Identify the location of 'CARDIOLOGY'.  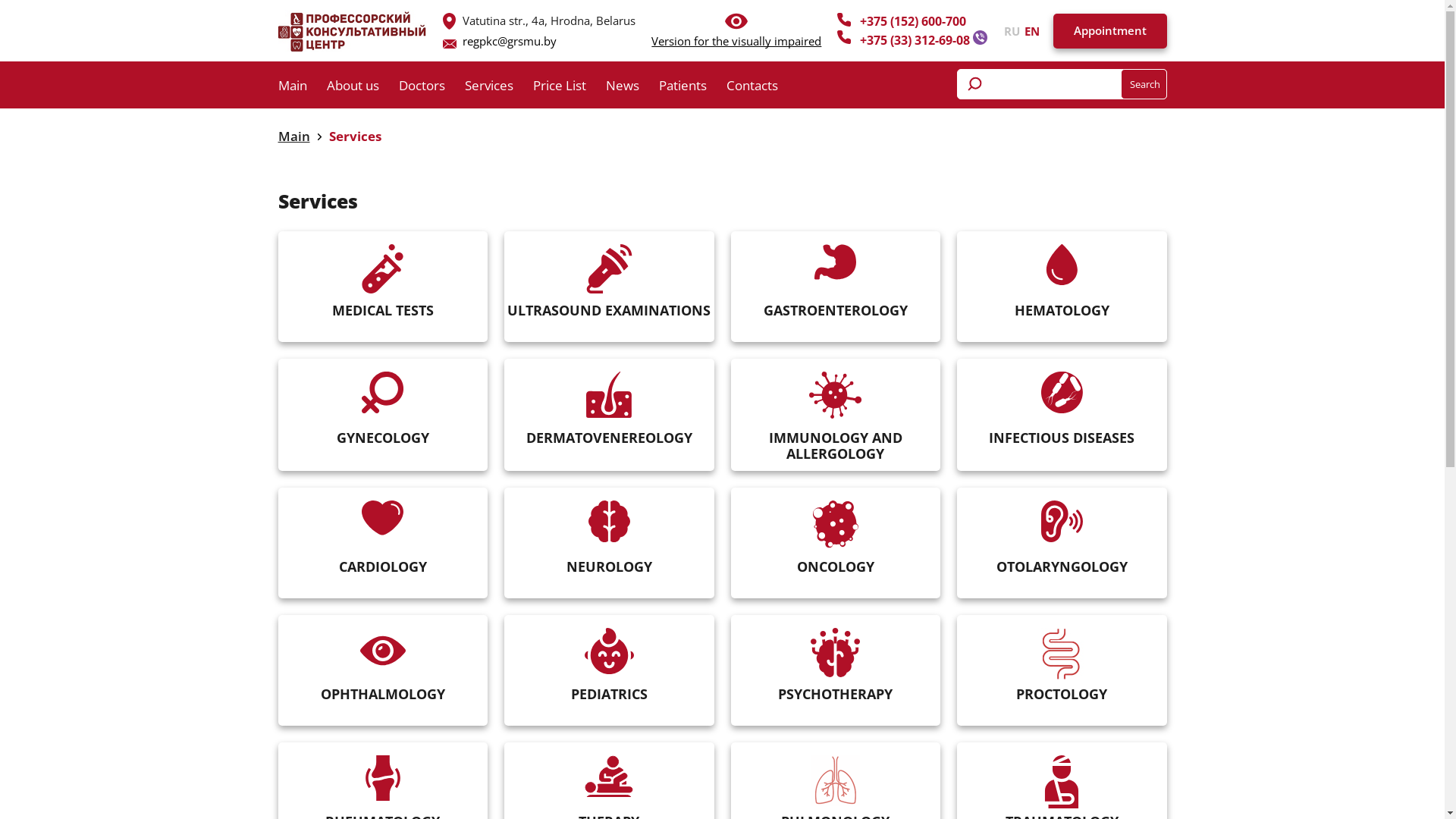
(383, 543).